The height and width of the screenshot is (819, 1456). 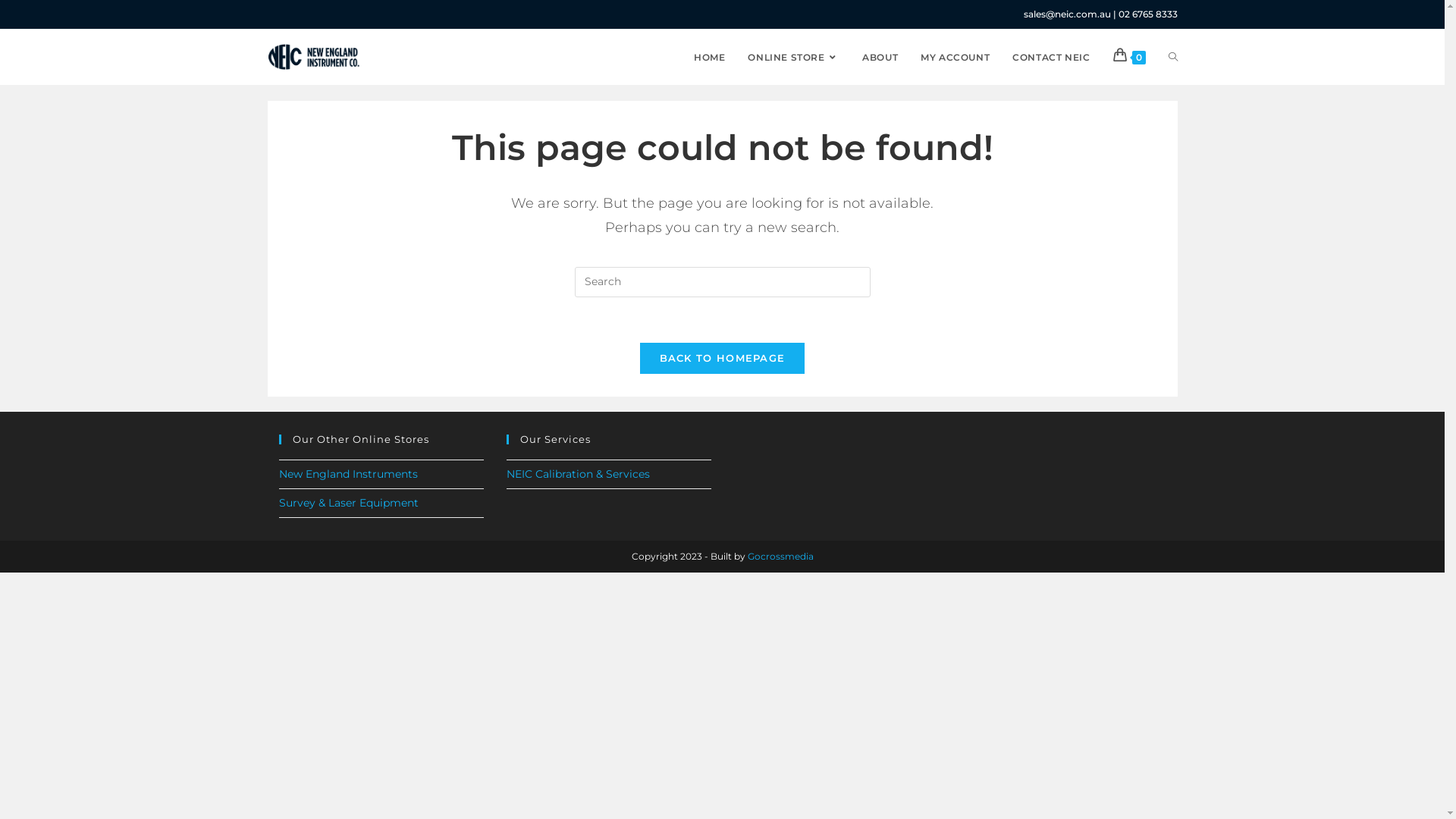 What do you see at coordinates (792, 56) in the screenshot?
I see `'ONLINE STORE'` at bounding box center [792, 56].